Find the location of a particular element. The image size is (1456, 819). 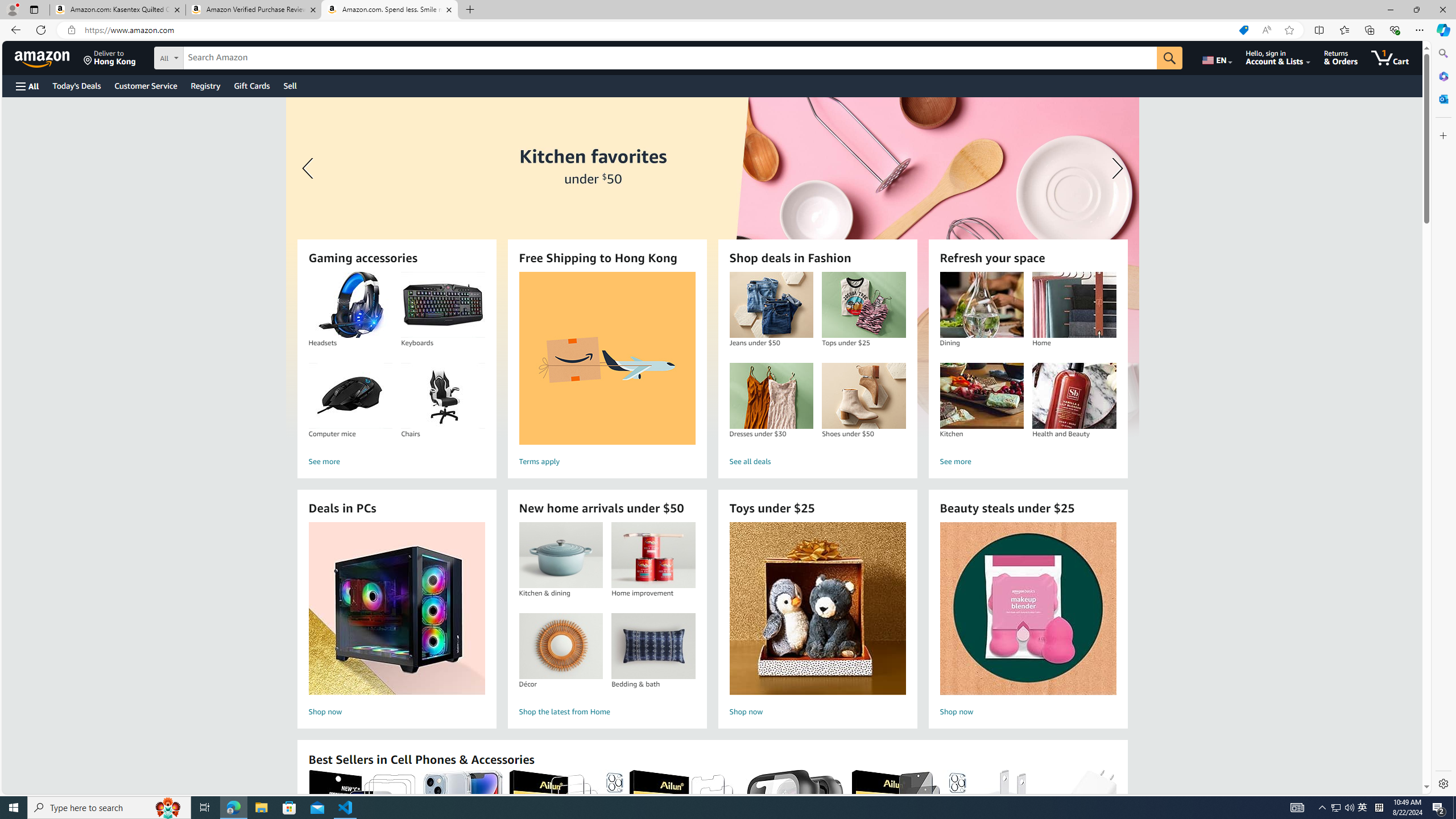

'Health and Beauty' is located at coordinates (1074, 396).